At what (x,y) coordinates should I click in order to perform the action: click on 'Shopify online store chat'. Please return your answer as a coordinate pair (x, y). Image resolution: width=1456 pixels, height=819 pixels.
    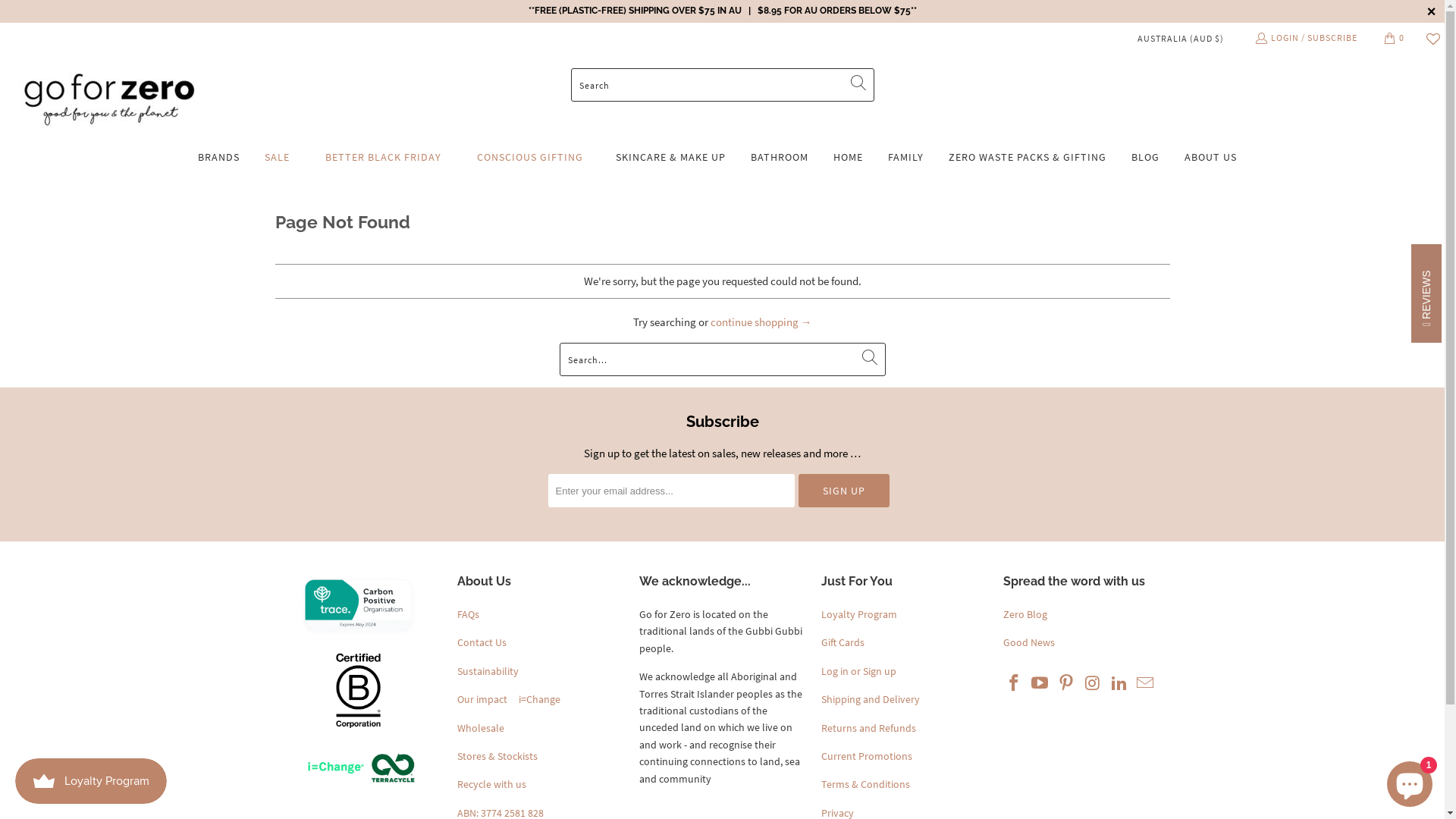
    Looking at the image, I should click on (1382, 780).